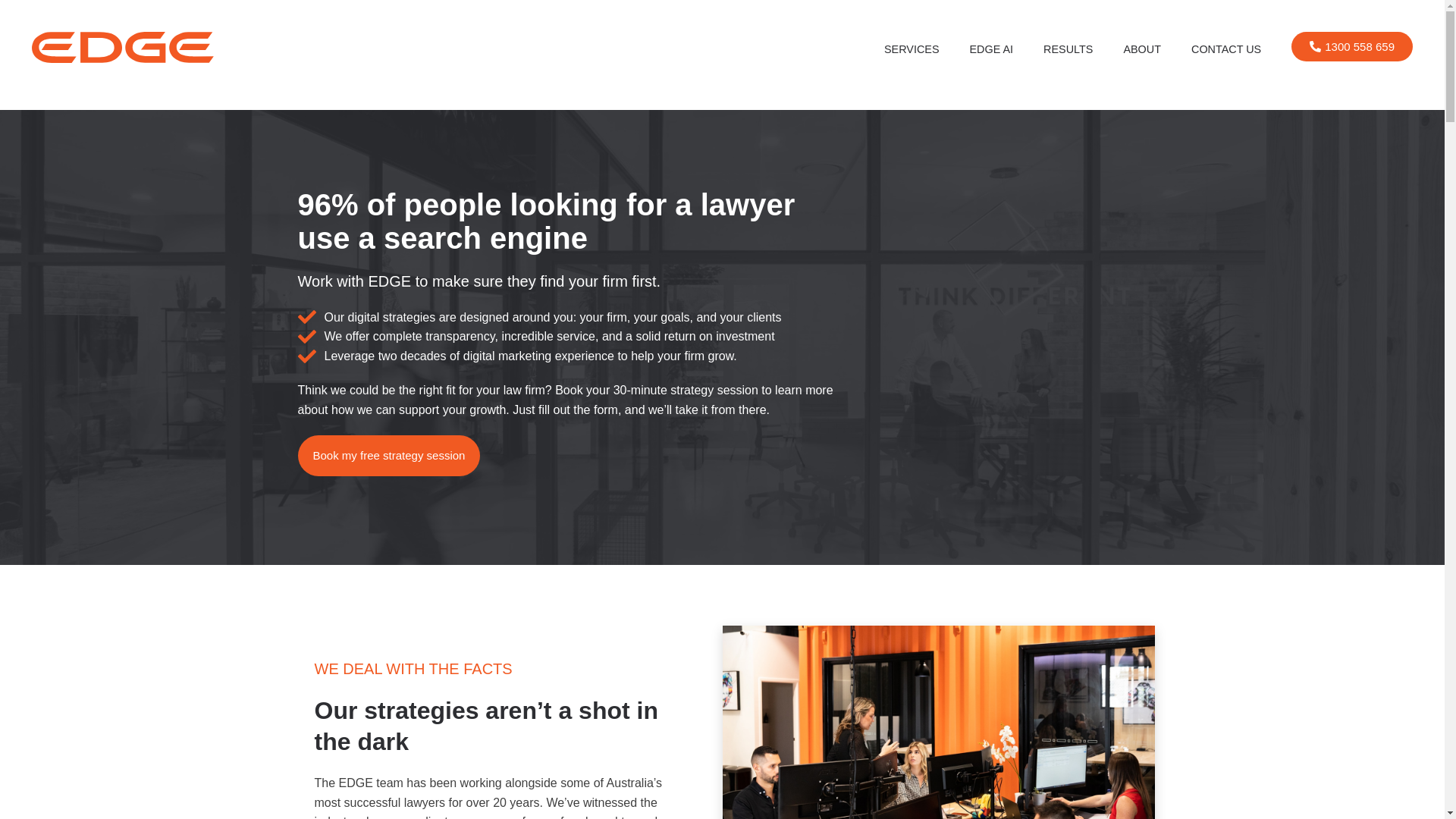 Image resolution: width=1456 pixels, height=819 pixels. What do you see at coordinates (1142, 49) in the screenshot?
I see `'ABOUT'` at bounding box center [1142, 49].